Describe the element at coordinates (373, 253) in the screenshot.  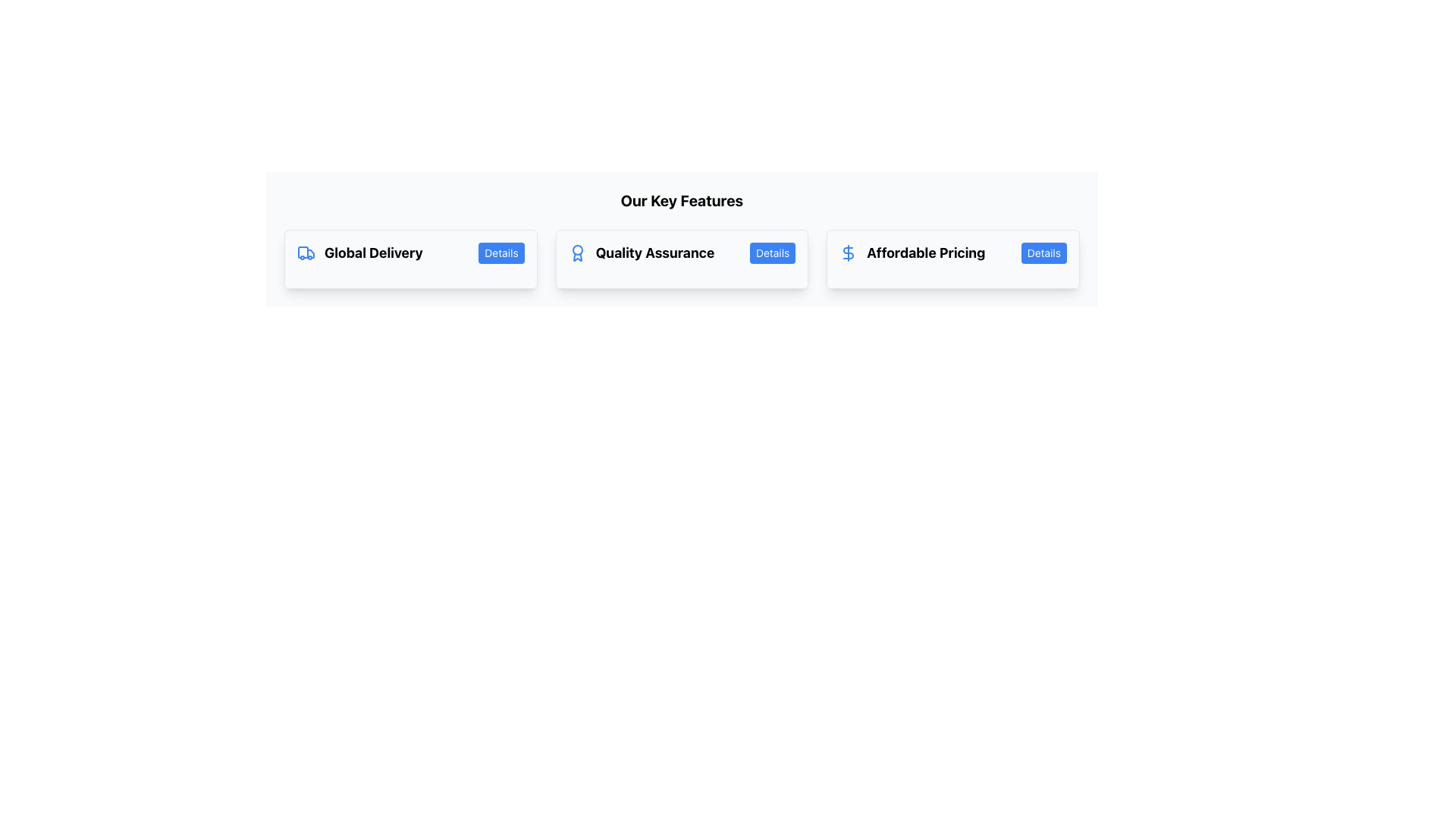
I see `the Static text label that contains the text 'Global Delivery', which is positioned to the right of a blue truck icon and to the left of a blue 'Details' button` at that location.